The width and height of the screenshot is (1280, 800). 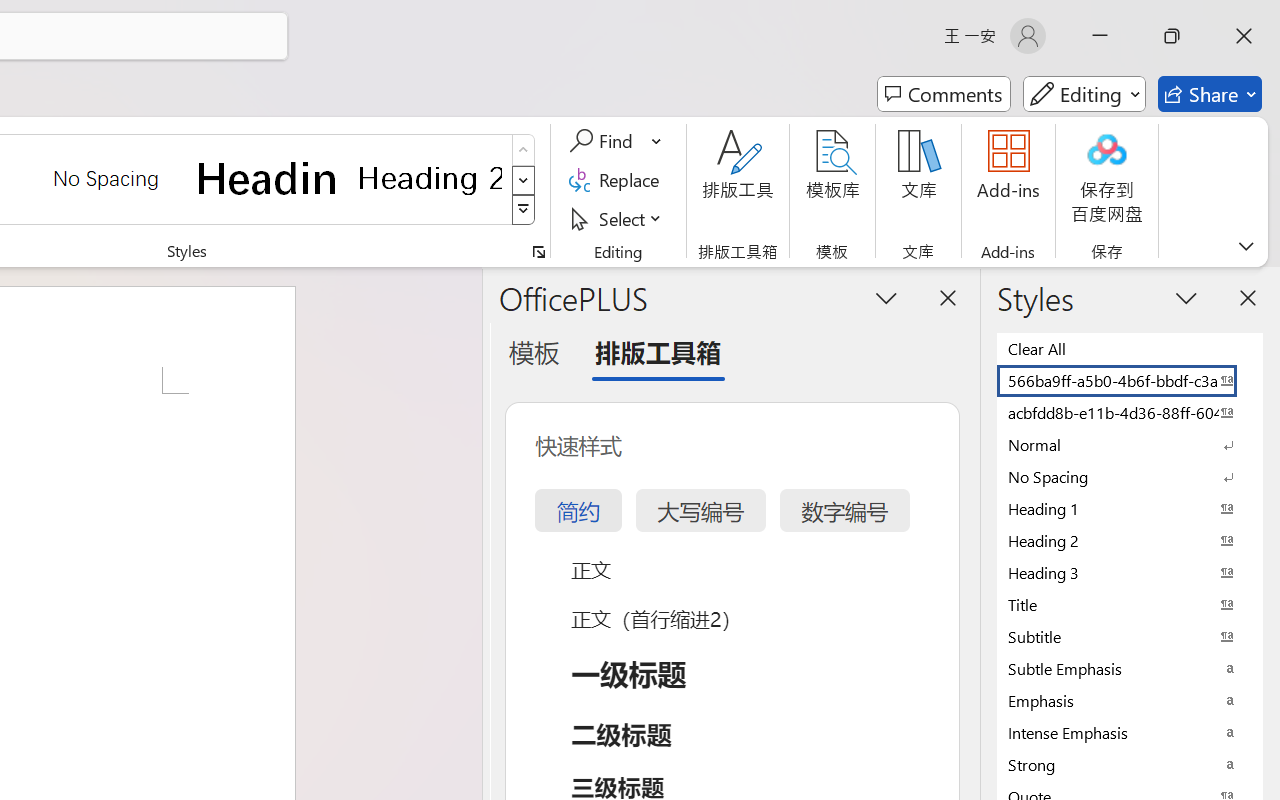 I want to click on 'Close', so click(x=1243, y=35).